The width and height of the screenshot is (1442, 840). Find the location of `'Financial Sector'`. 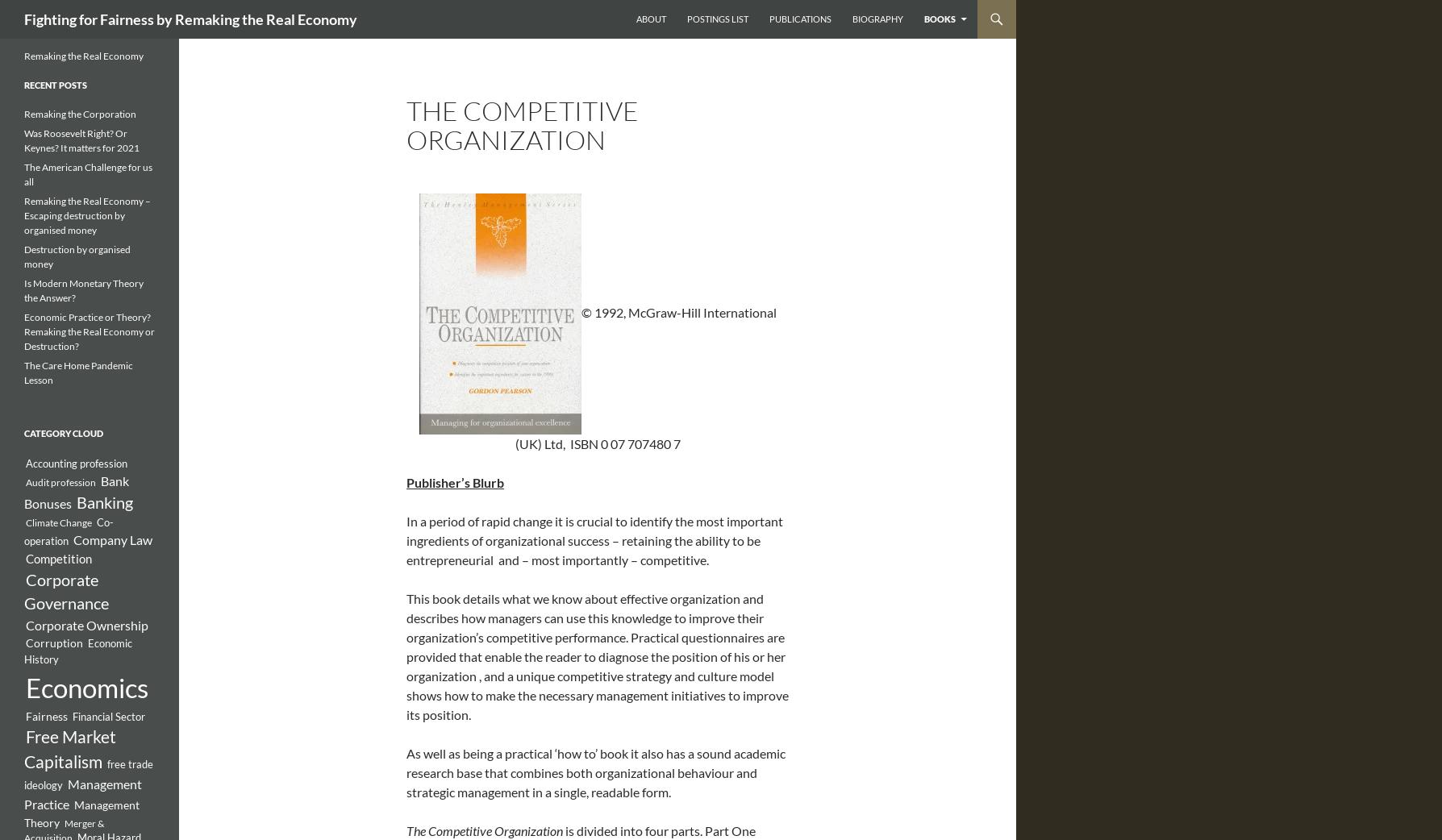

'Financial Sector' is located at coordinates (108, 716).